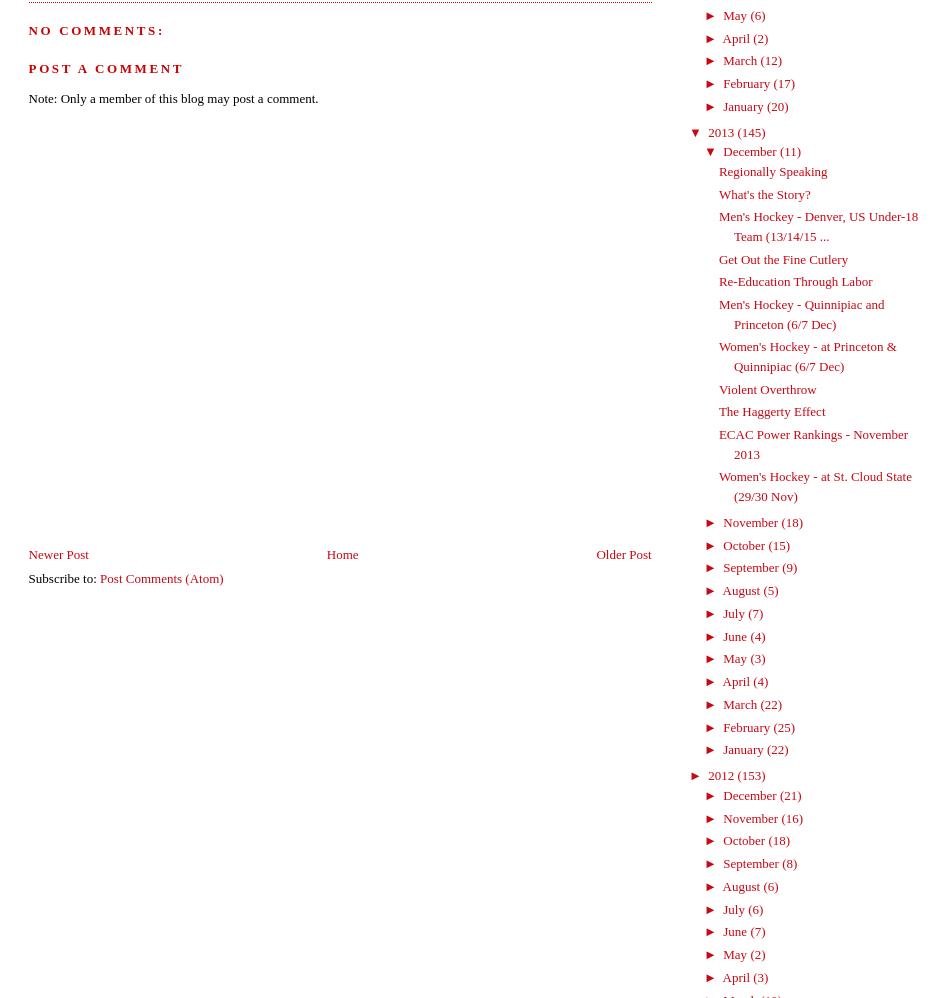 Image resolution: width=950 pixels, height=998 pixels. What do you see at coordinates (793, 280) in the screenshot?
I see `'Re-Education Through Labor'` at bounding box center [793, 280].